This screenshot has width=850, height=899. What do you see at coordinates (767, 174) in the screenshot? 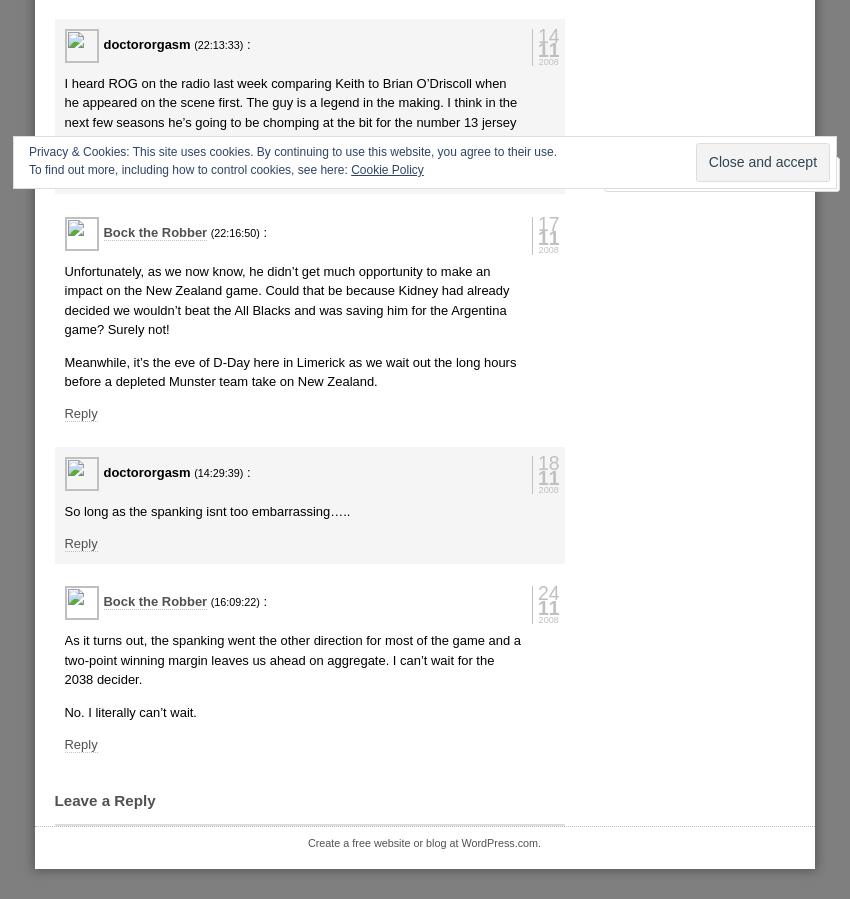
I see `'Follow'` at bounding box center [767, 174].